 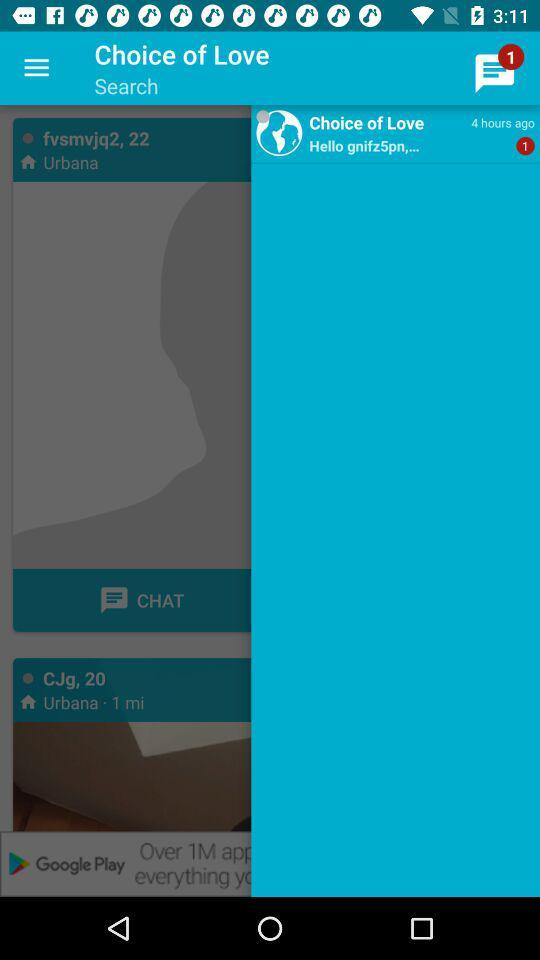 What do you see at coordinates (27, 137) in the screenshot?
I see `the dot option before fvsmvjq222 text` at bounding box center [27, 137].